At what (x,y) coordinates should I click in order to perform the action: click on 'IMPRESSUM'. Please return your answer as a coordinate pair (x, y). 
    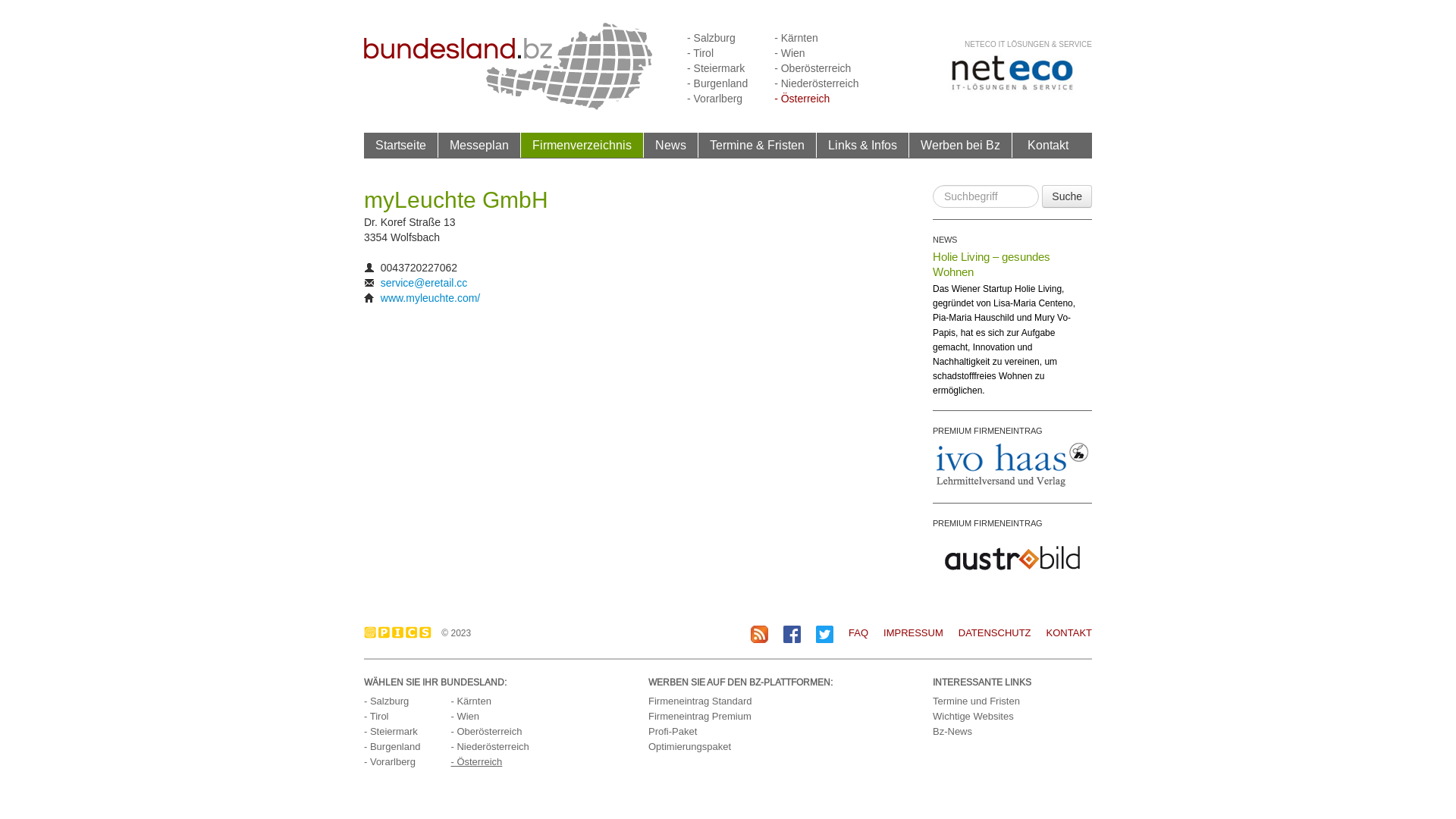
    Looking at the image, I should click on (912, 632).